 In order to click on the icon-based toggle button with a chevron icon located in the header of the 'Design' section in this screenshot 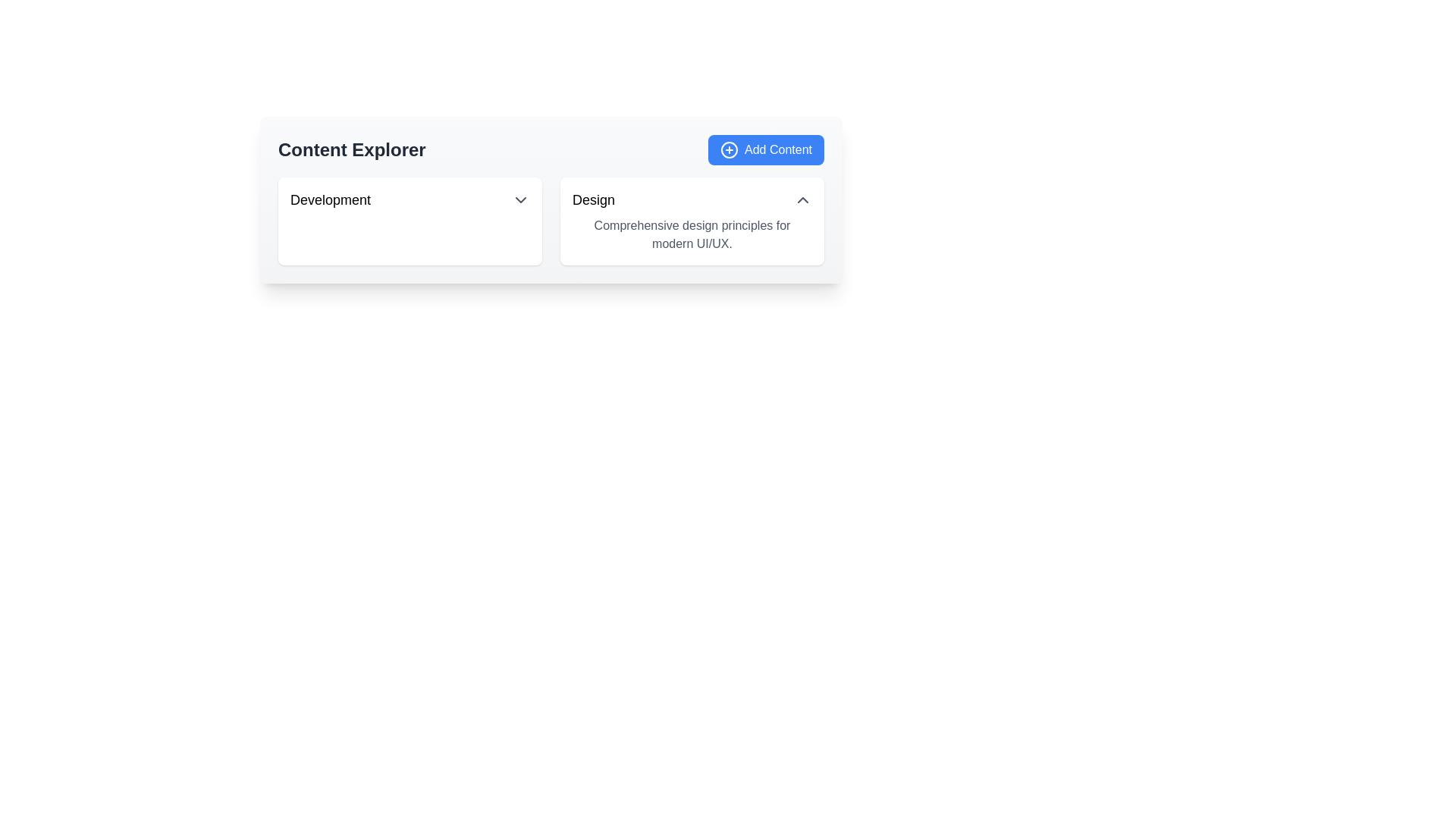, I will do `click(802, 199)`.